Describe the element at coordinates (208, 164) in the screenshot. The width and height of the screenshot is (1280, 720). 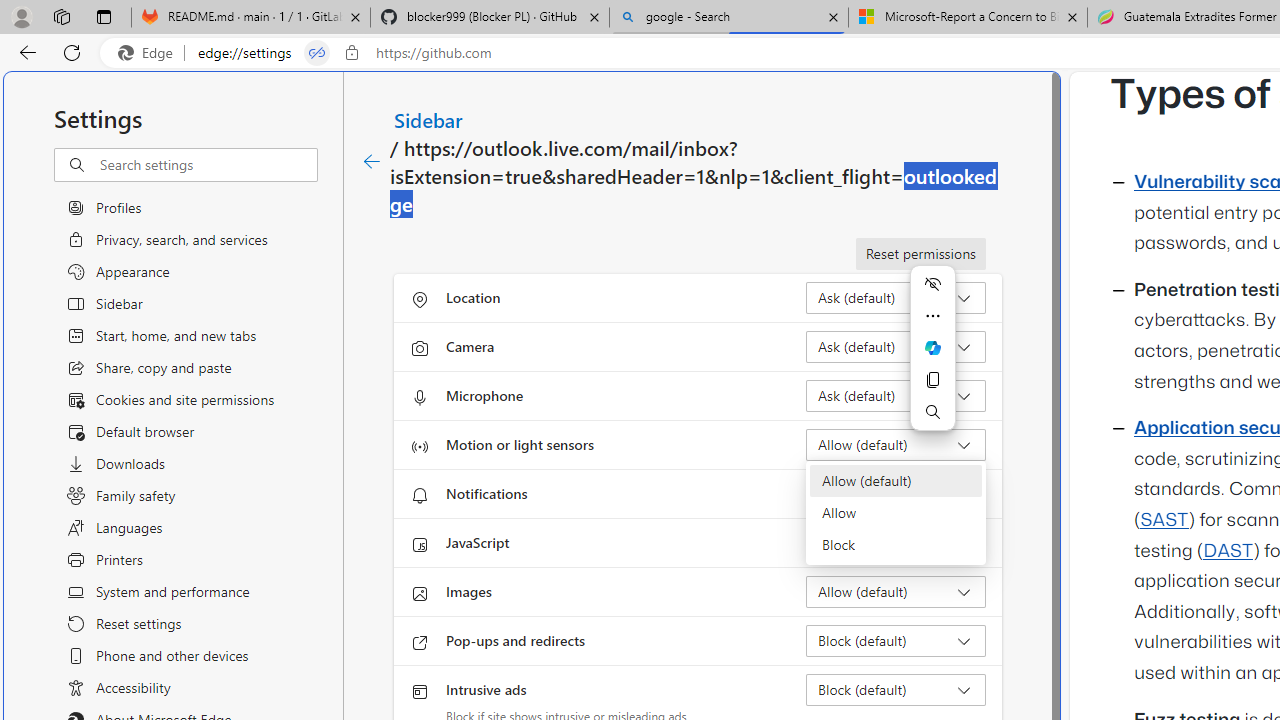
I see `'Search settings'` at that location.